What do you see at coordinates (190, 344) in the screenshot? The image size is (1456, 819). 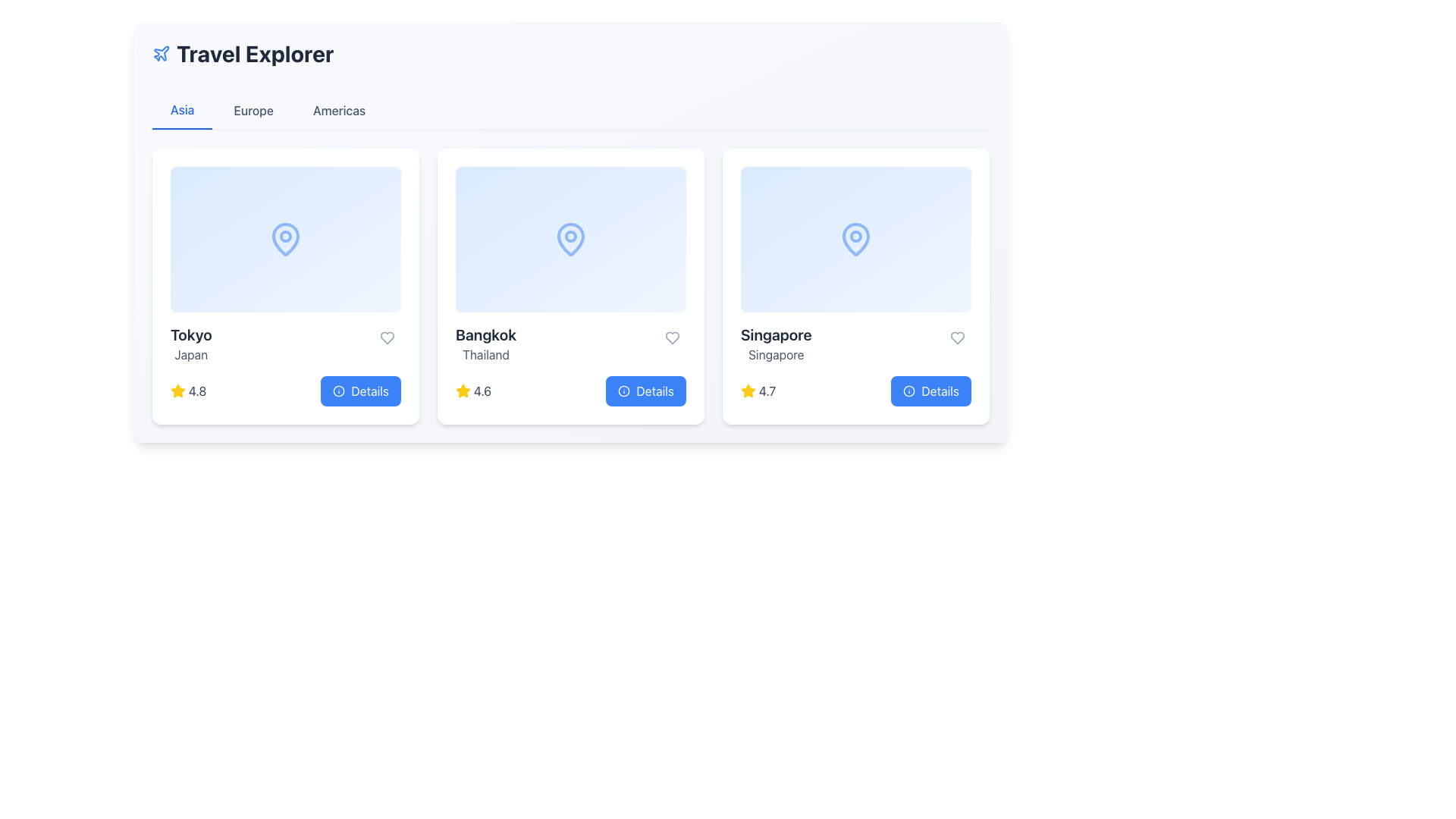 I see `the informational text element that displays 'Tokyo' and 'Japan', located in the first card under the 'Asia' tab in the 'Travel Explorer' section` at bounding box center [190, 344].